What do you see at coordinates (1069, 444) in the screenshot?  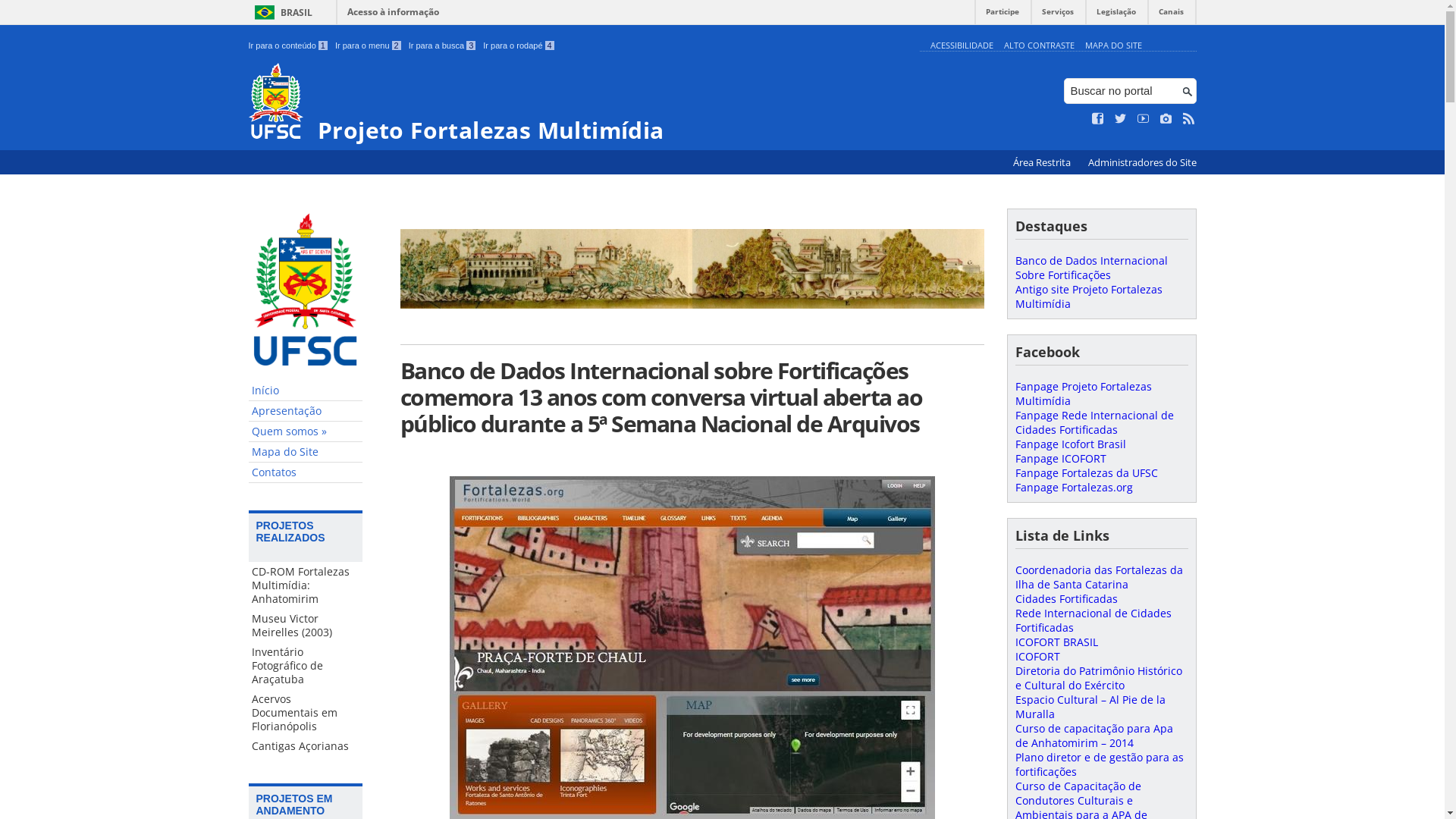 I see `'Fanpage Icofort Brasil'` at bounding box center [1069, 444].